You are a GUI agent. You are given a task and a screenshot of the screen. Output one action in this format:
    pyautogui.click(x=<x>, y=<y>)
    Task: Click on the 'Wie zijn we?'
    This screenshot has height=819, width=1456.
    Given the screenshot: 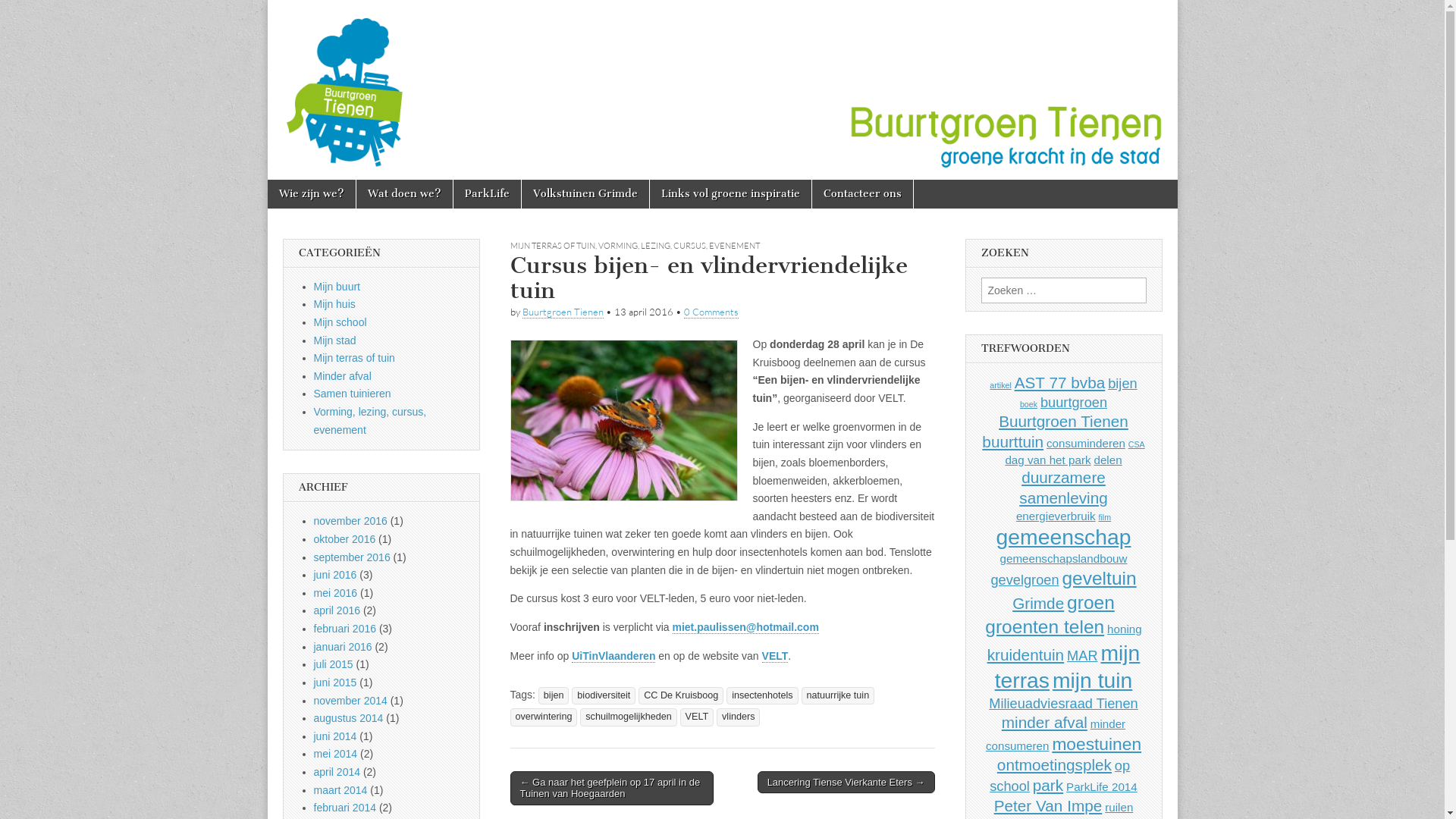 What is the action you would take?
    pyautogui.click(x=309, y=193)
    